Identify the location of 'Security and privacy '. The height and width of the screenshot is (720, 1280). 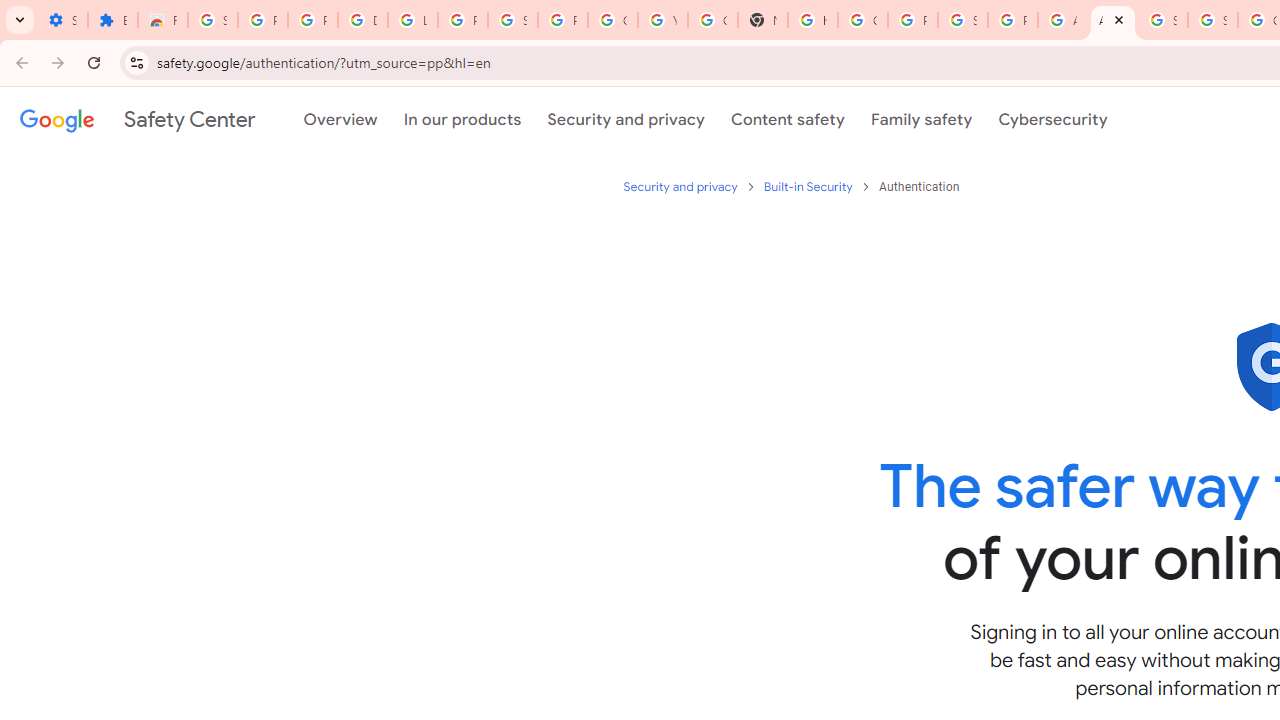
(682, 186).